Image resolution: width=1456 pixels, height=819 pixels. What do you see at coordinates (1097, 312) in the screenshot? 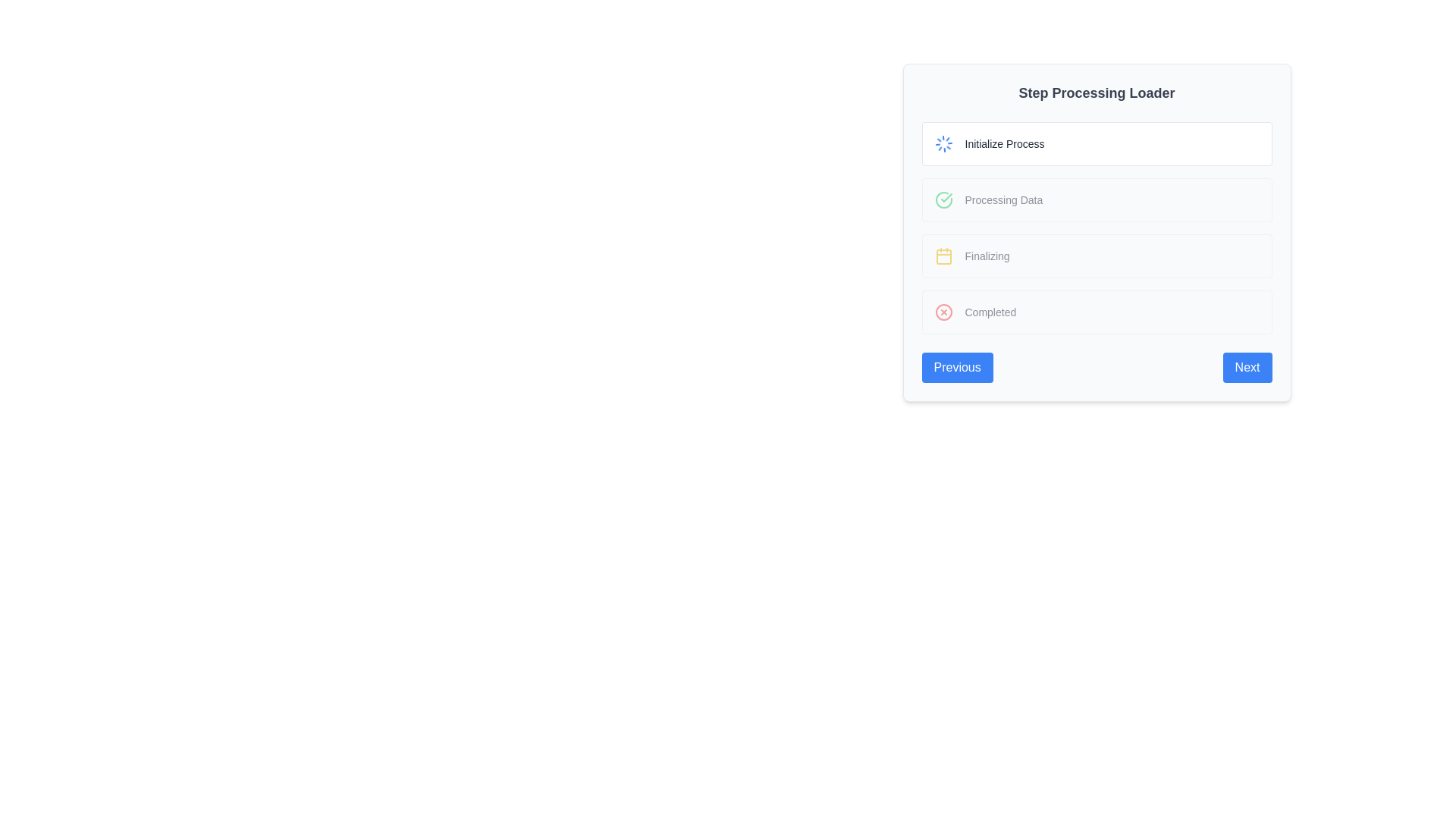
I see `the Label with an icon that has a red circular icon with a cross and the word 'Completed' in gray, located at the bottom of a vertical list of steps in a process` at bounding box center [1097, 312].